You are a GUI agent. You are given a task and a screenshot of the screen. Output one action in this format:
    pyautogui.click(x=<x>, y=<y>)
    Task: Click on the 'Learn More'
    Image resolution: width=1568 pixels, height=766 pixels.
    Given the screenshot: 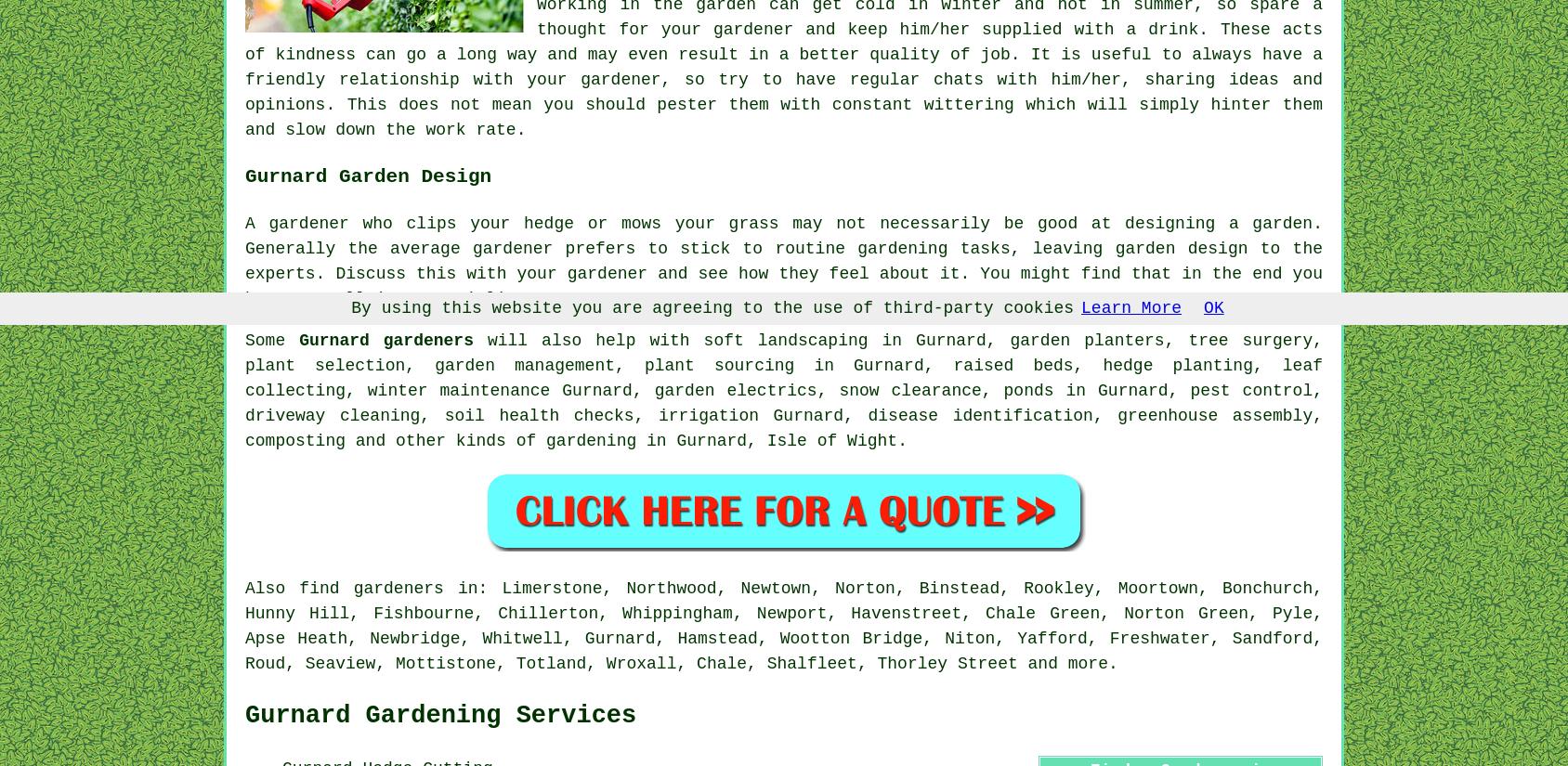 What is the action you would take?
    pyautogui.click(x=1131, y=306)
    